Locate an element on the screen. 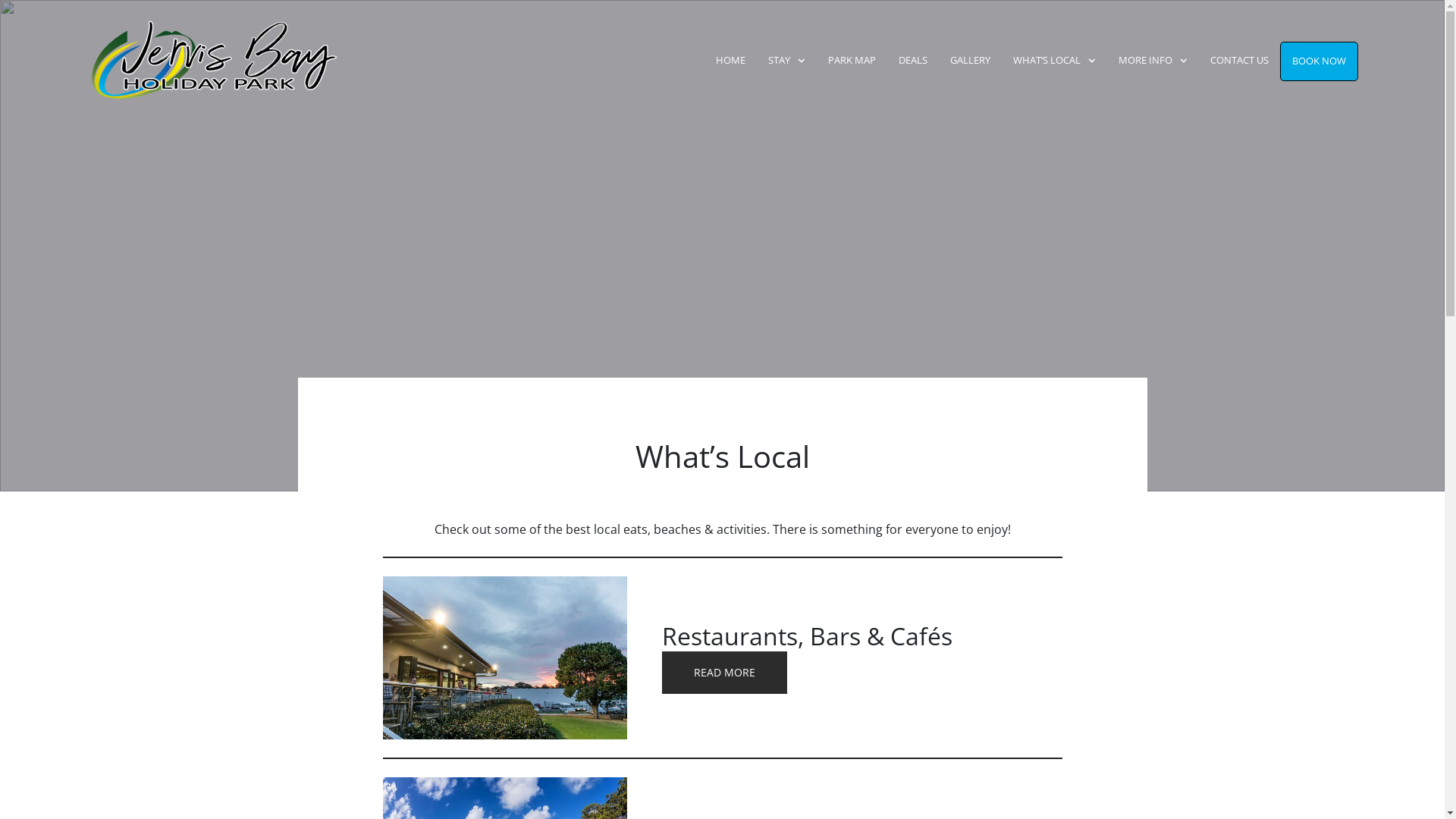 This screenshot has height=819, width=1456. 'CONTACT US' is located at coordinates (1239, 60).